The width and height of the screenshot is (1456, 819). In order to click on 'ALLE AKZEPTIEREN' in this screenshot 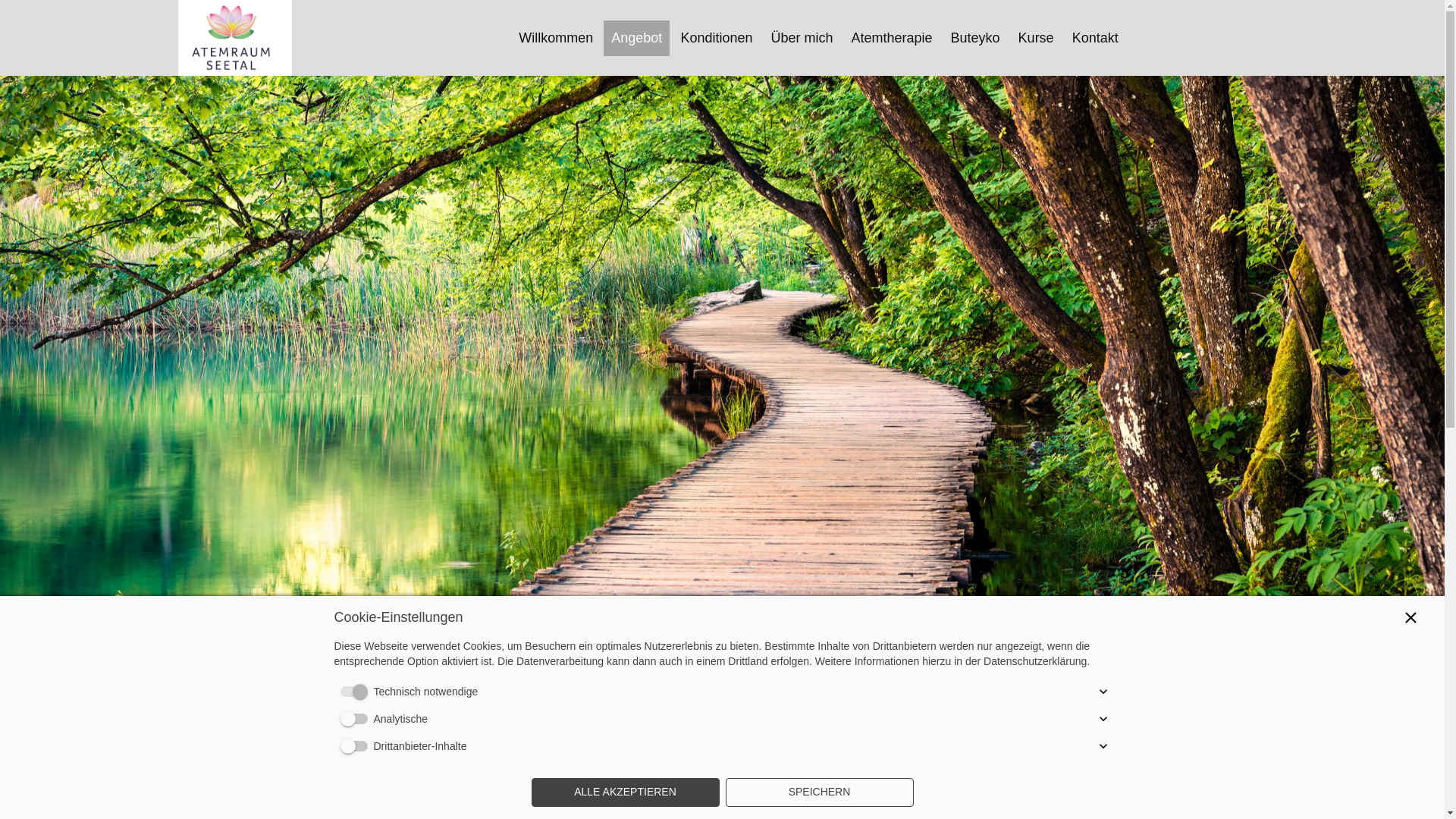, I will do `click(625, 792)`.